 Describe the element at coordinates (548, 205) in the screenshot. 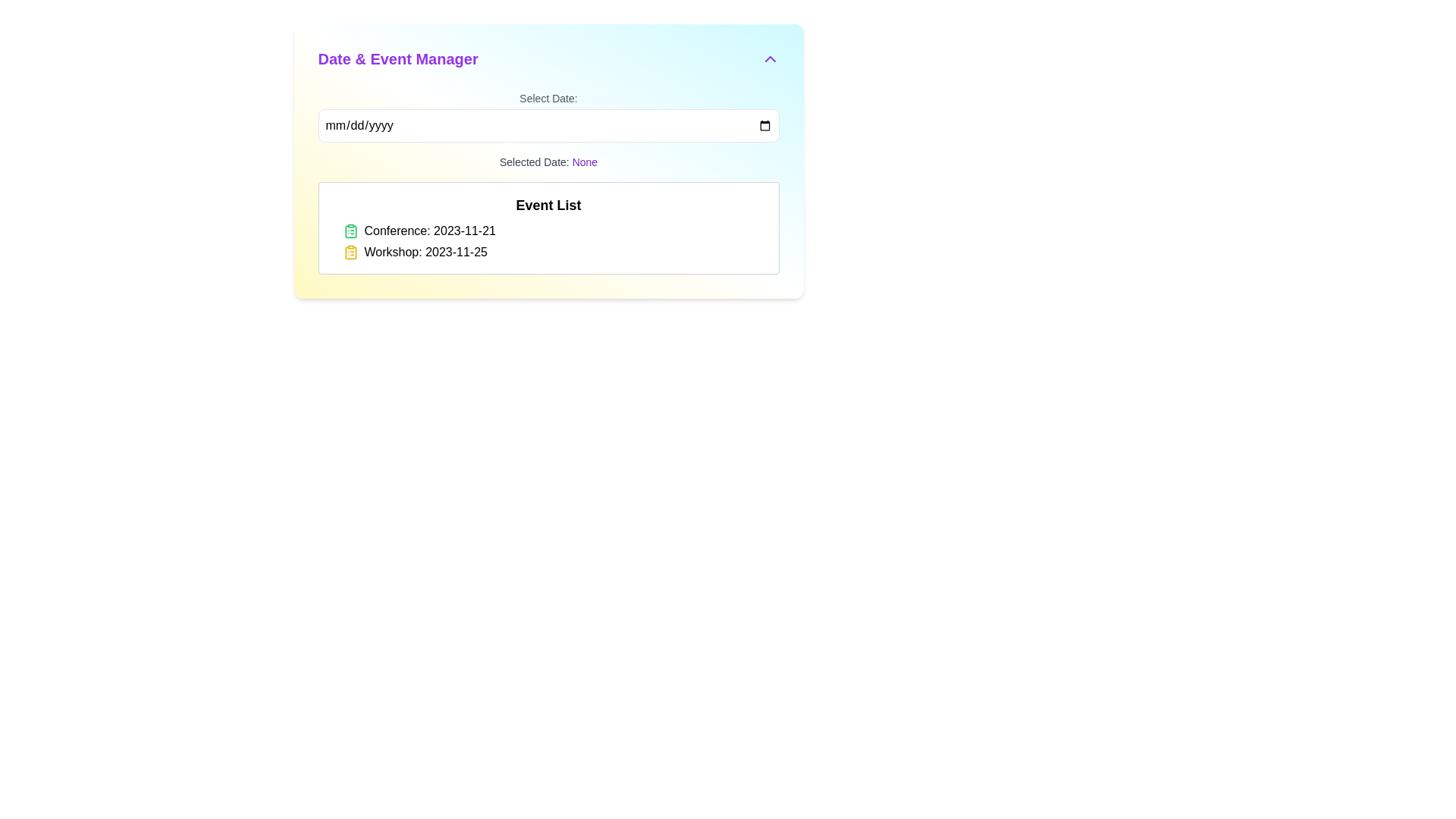

I see `the bold text label displaying 'Event List', which is styled prominently as a heading and located at the top portion of a white rectangular box` at that location.